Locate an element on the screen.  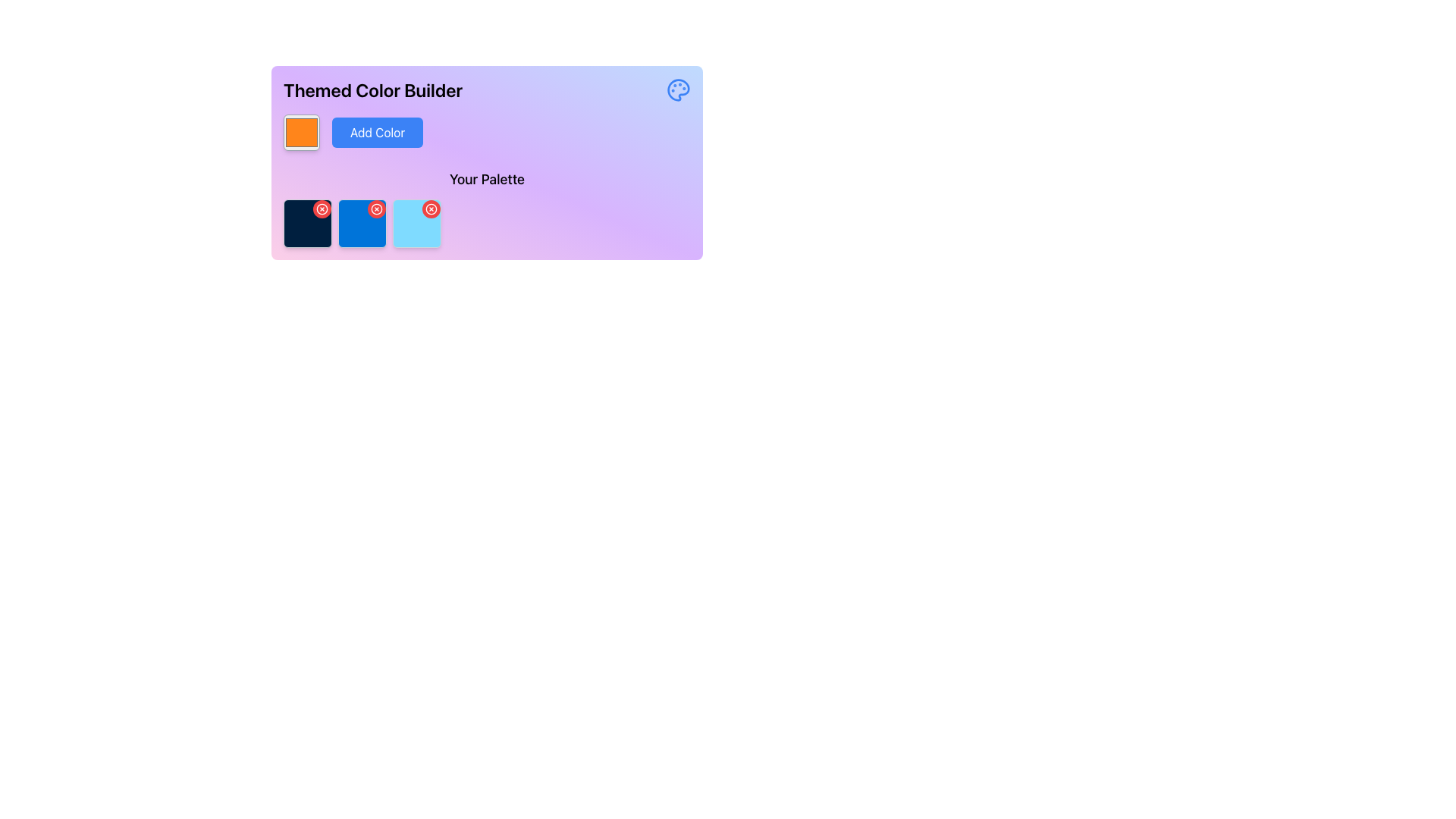
the button located at the top-right corner of the third square card in the palette section is located at coordinates (431, 209).